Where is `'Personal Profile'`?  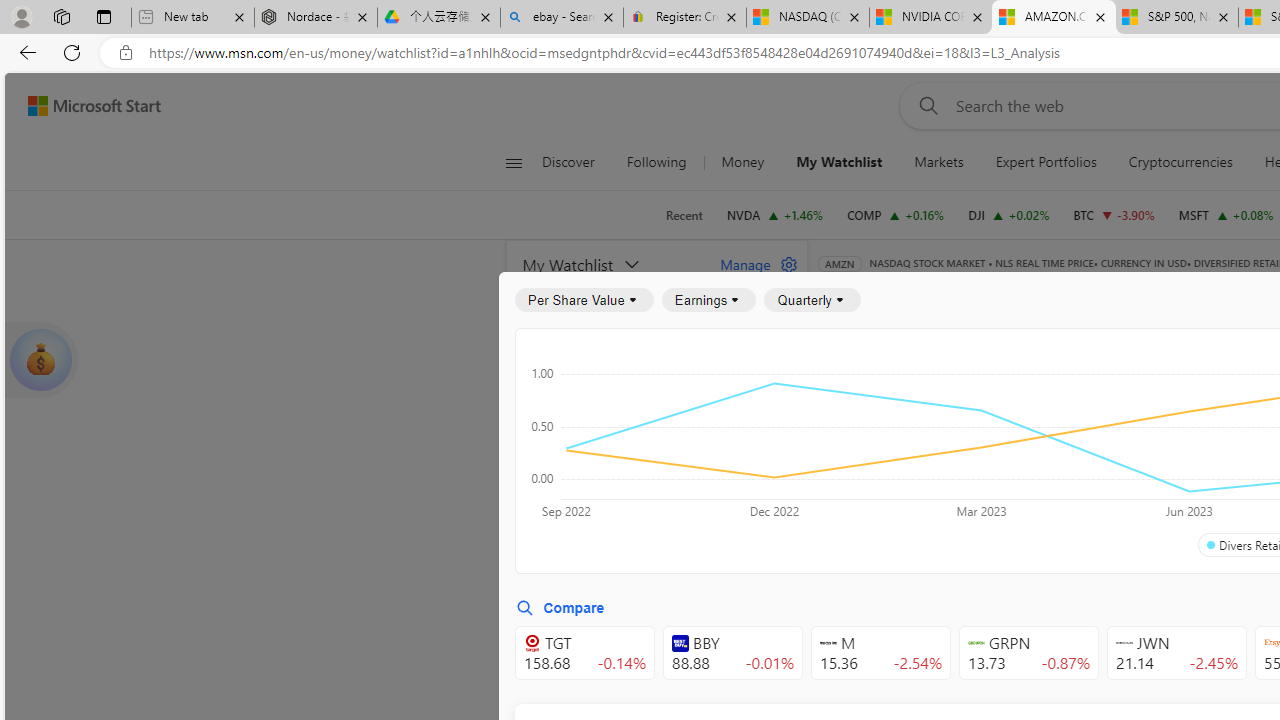
'Personal Profile' is located at coordinates (21, 16).